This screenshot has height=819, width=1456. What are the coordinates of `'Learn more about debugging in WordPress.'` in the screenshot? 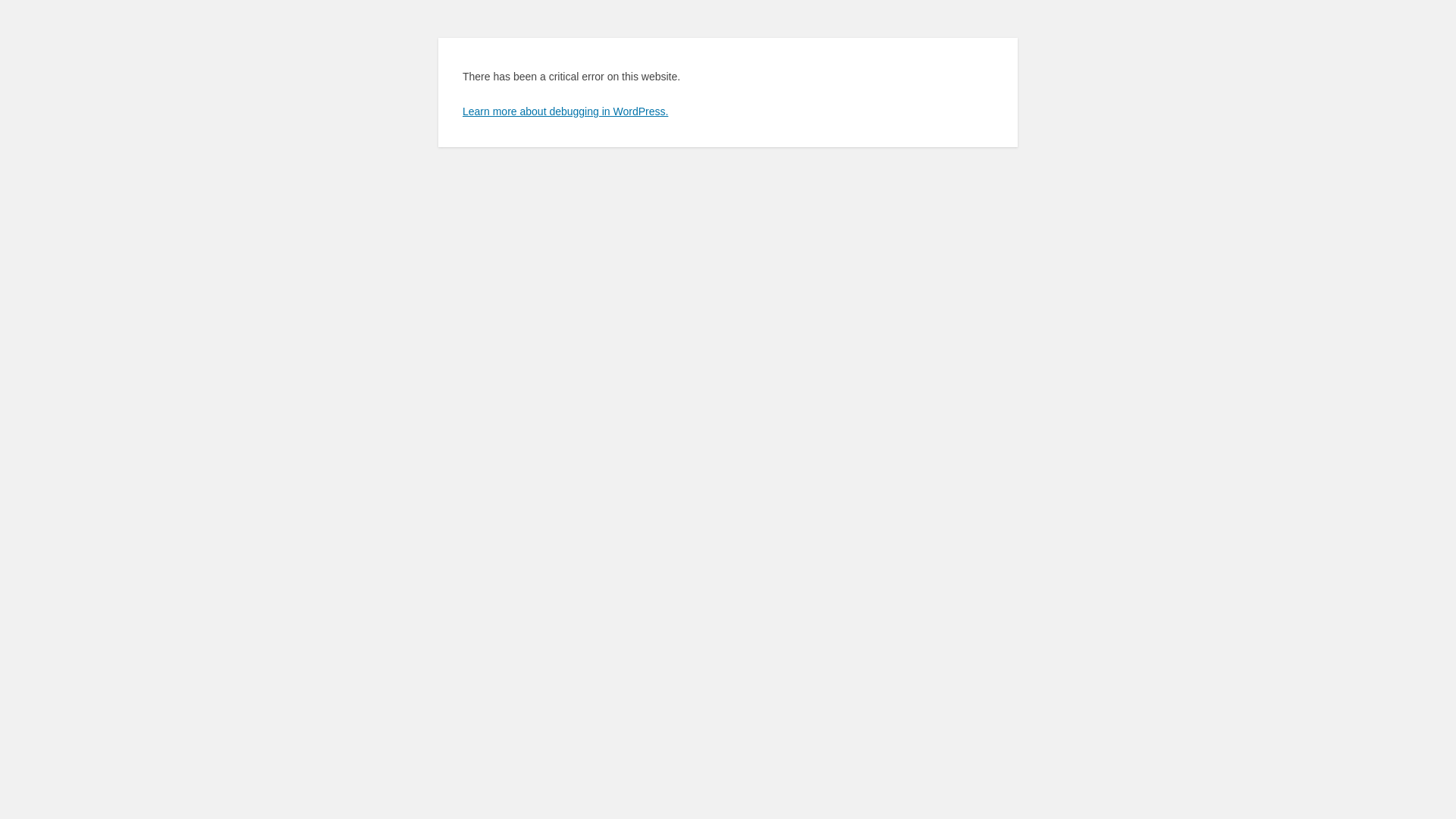 It's located at (461, 110).